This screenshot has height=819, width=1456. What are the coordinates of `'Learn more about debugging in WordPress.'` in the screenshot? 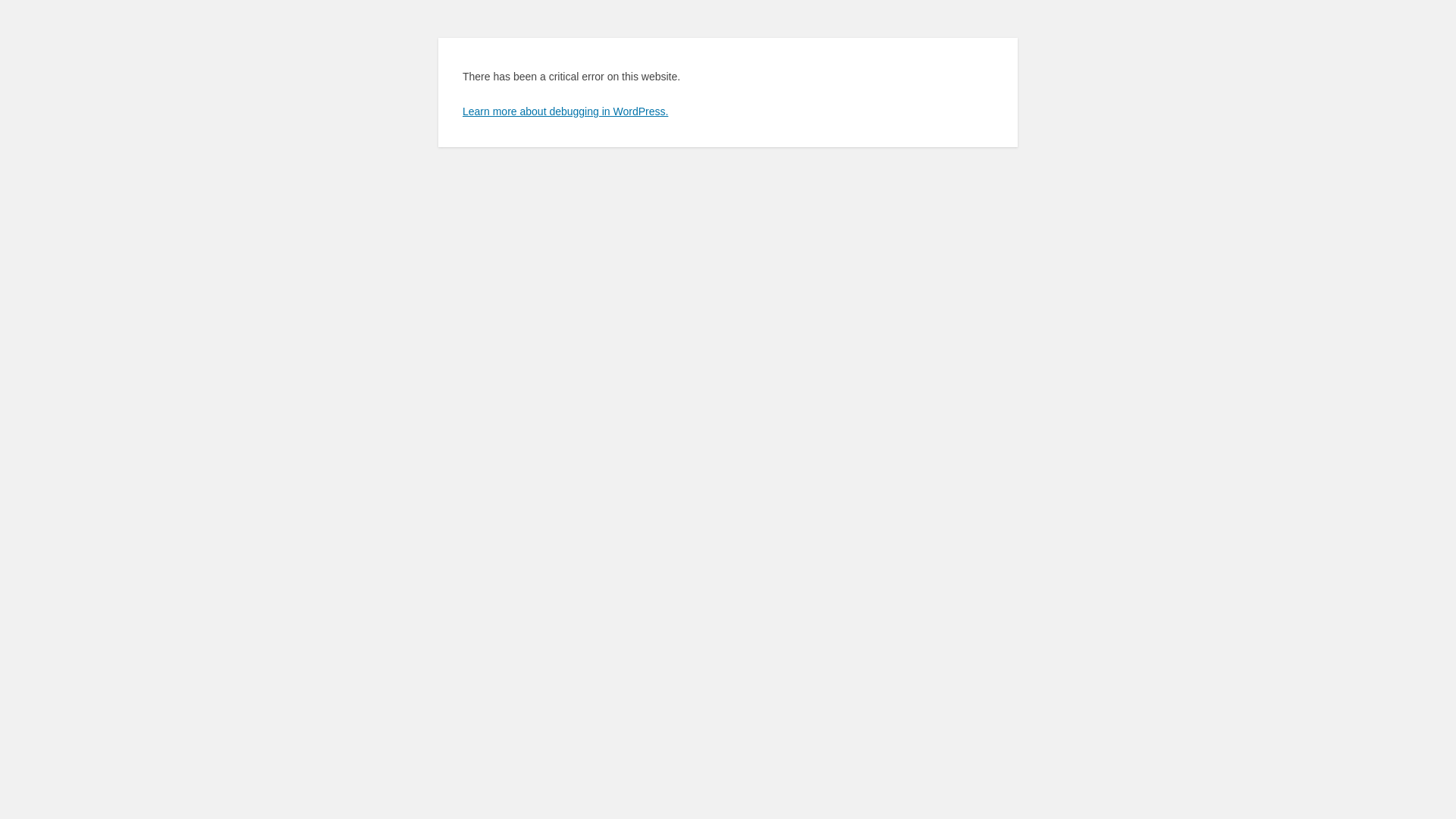 It's located at (461, 110).